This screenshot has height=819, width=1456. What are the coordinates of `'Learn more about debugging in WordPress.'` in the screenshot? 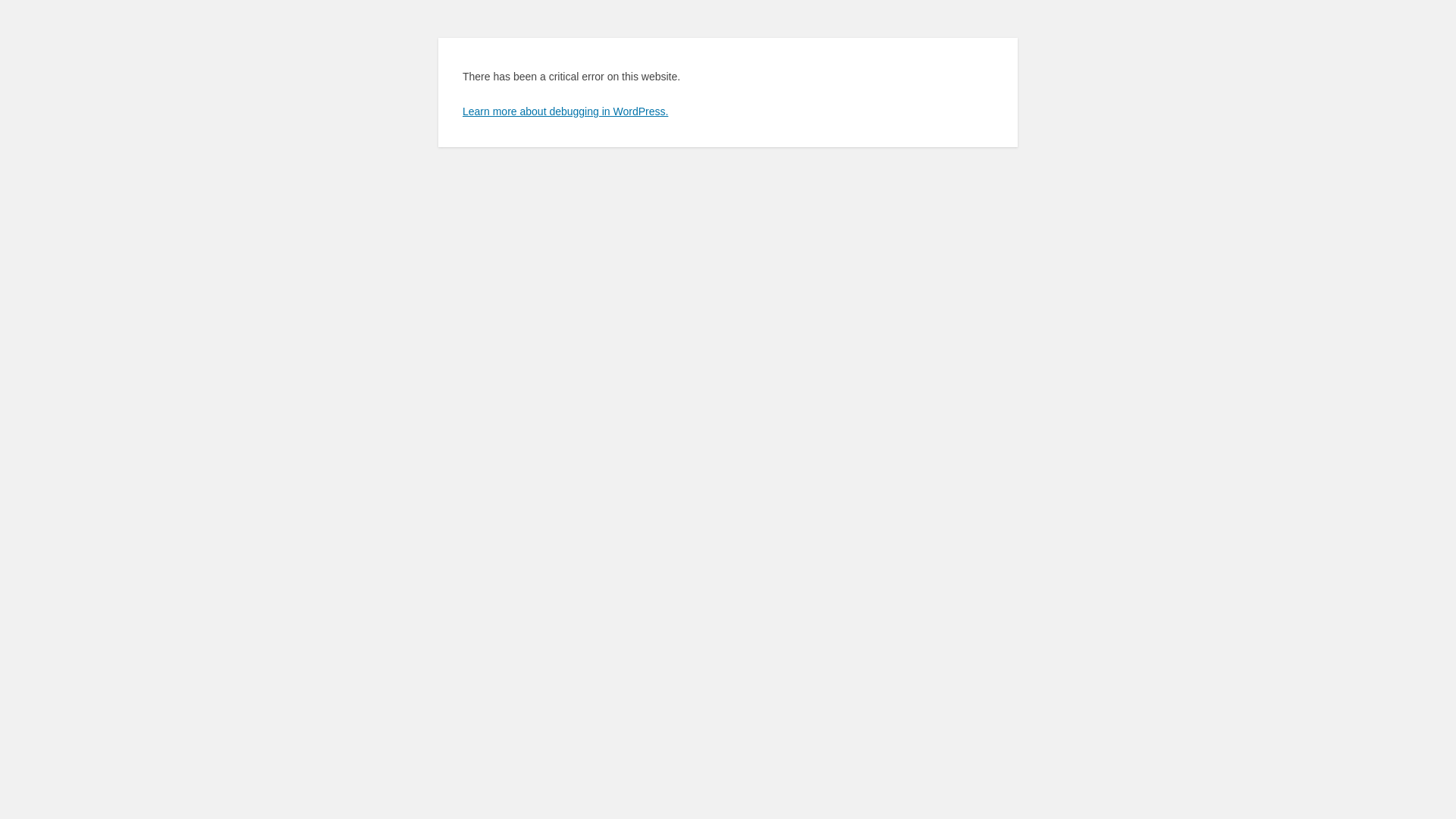 It's located at (461, 110).